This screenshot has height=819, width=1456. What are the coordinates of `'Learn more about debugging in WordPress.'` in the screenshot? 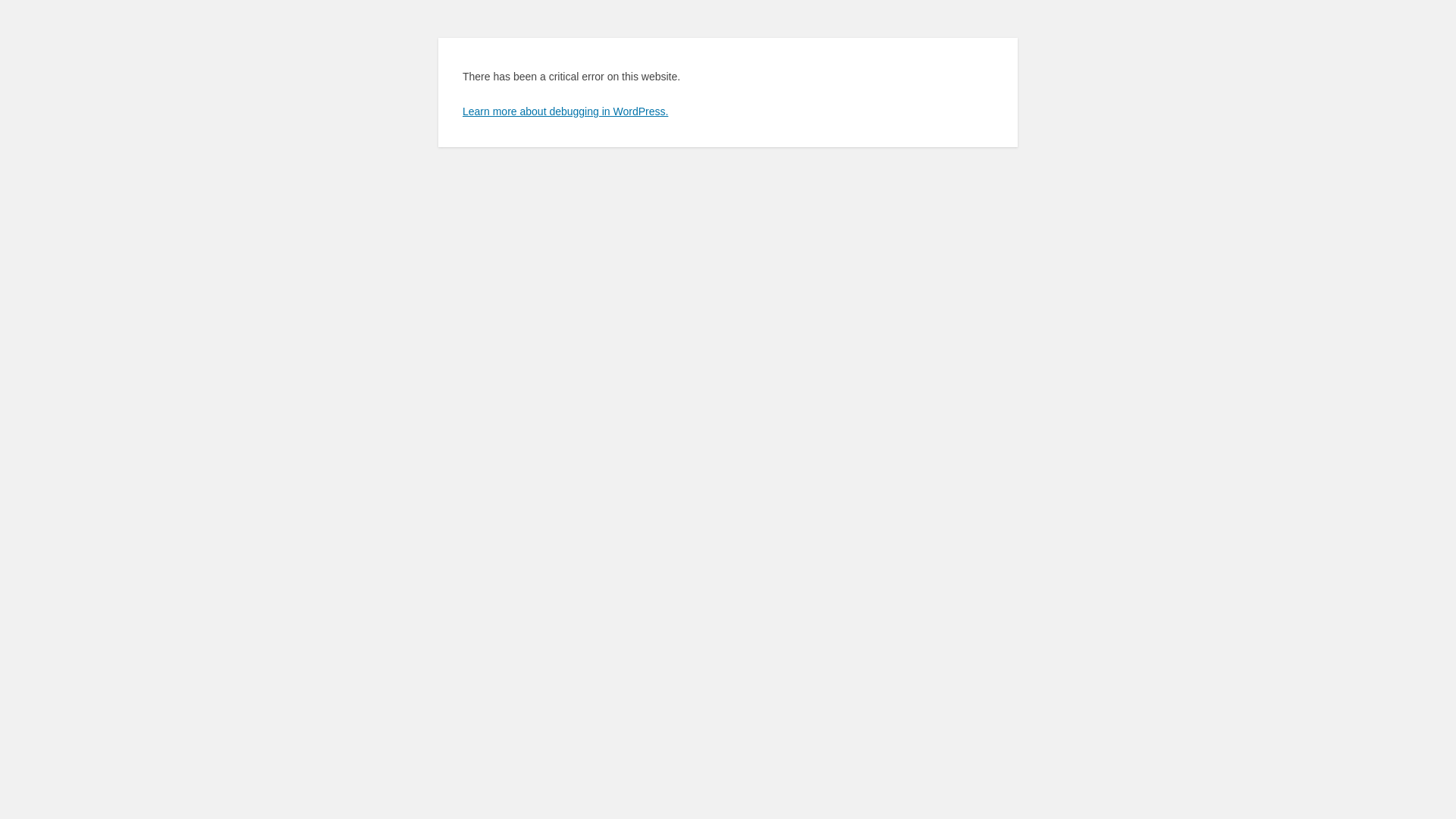 It's located at (461, 110).